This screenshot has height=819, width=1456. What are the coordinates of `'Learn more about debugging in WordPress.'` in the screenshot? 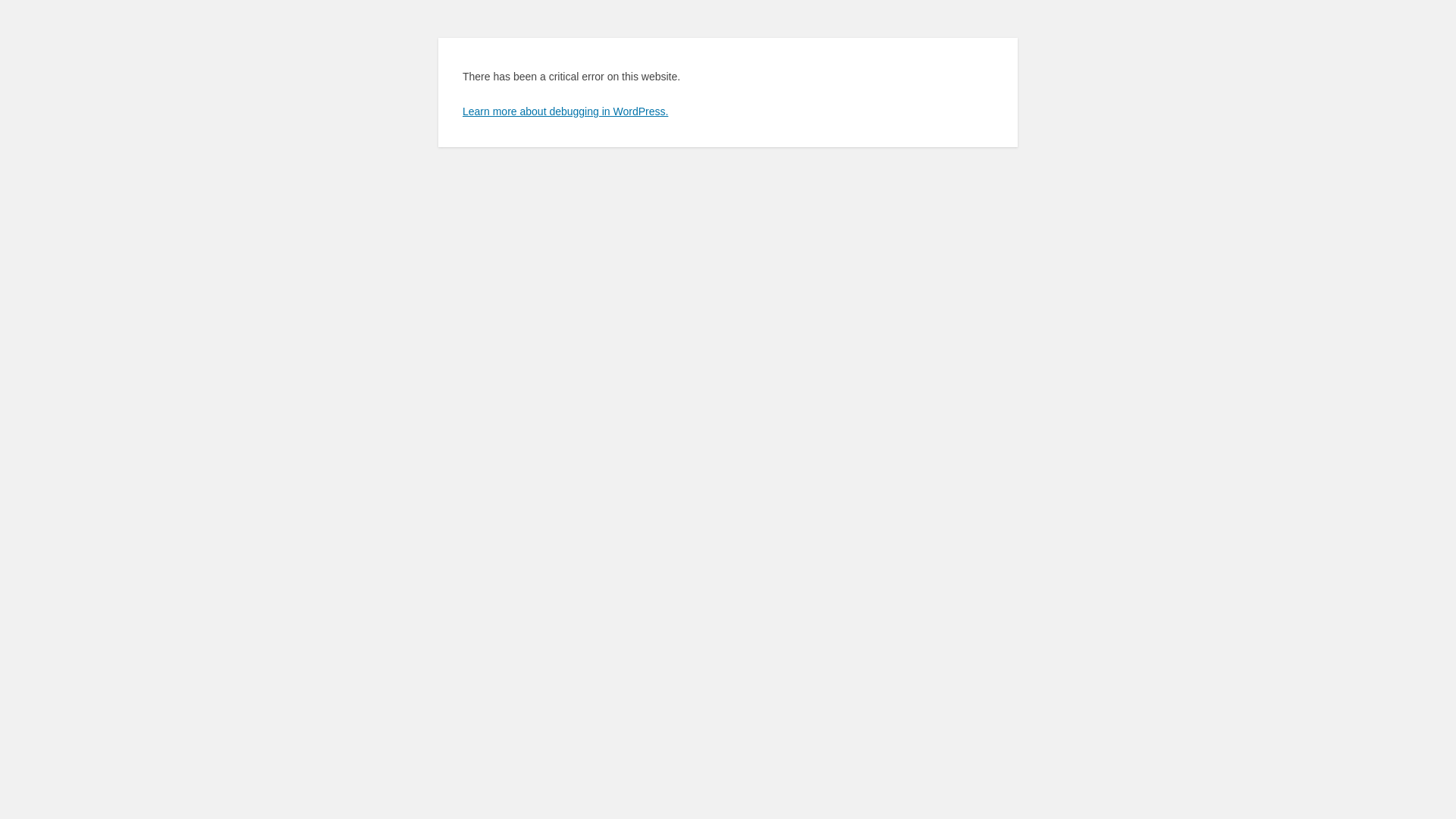 It's located at (461, 110).